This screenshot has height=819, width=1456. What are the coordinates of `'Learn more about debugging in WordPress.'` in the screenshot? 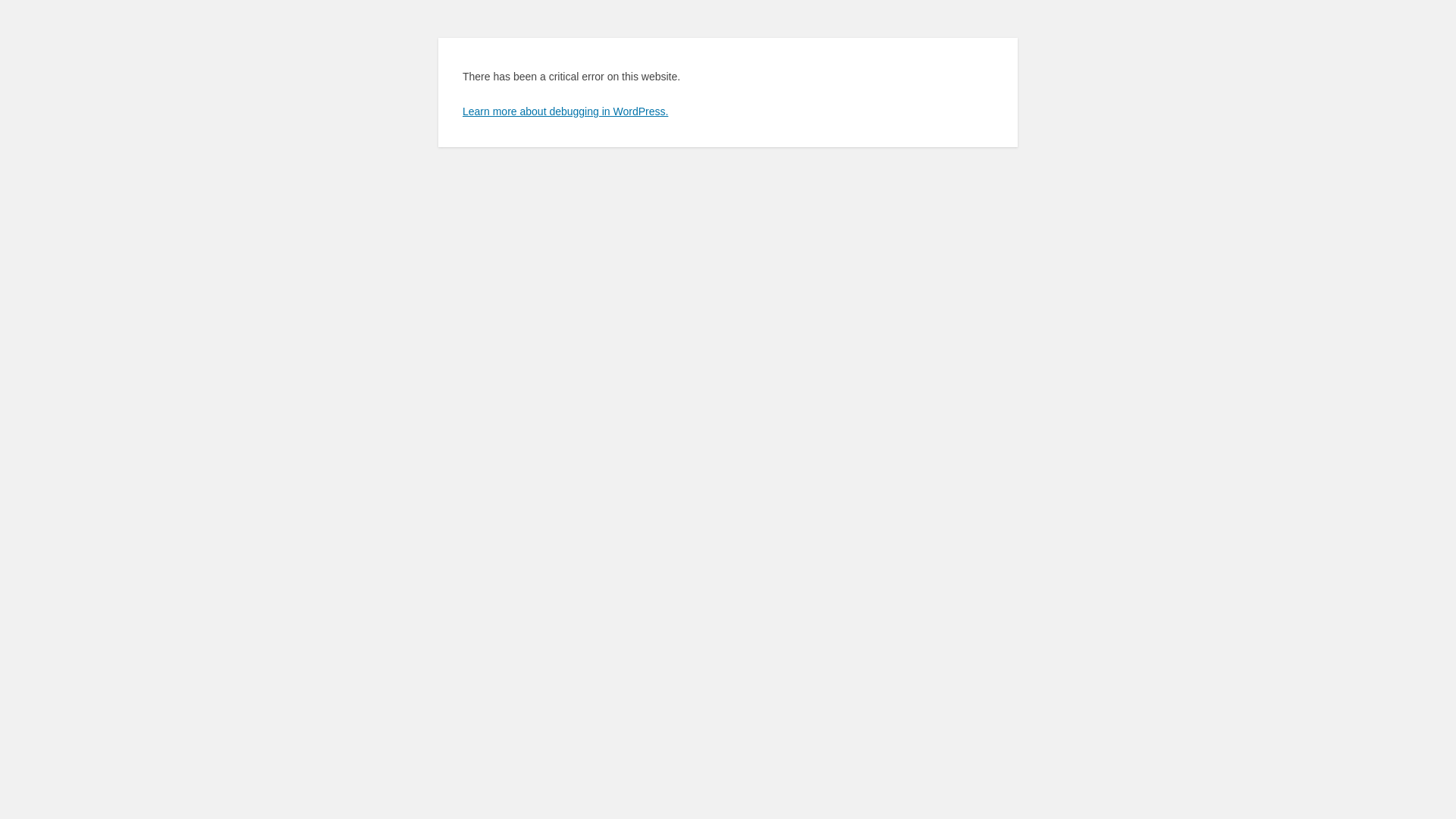 It's located at (461, 110).